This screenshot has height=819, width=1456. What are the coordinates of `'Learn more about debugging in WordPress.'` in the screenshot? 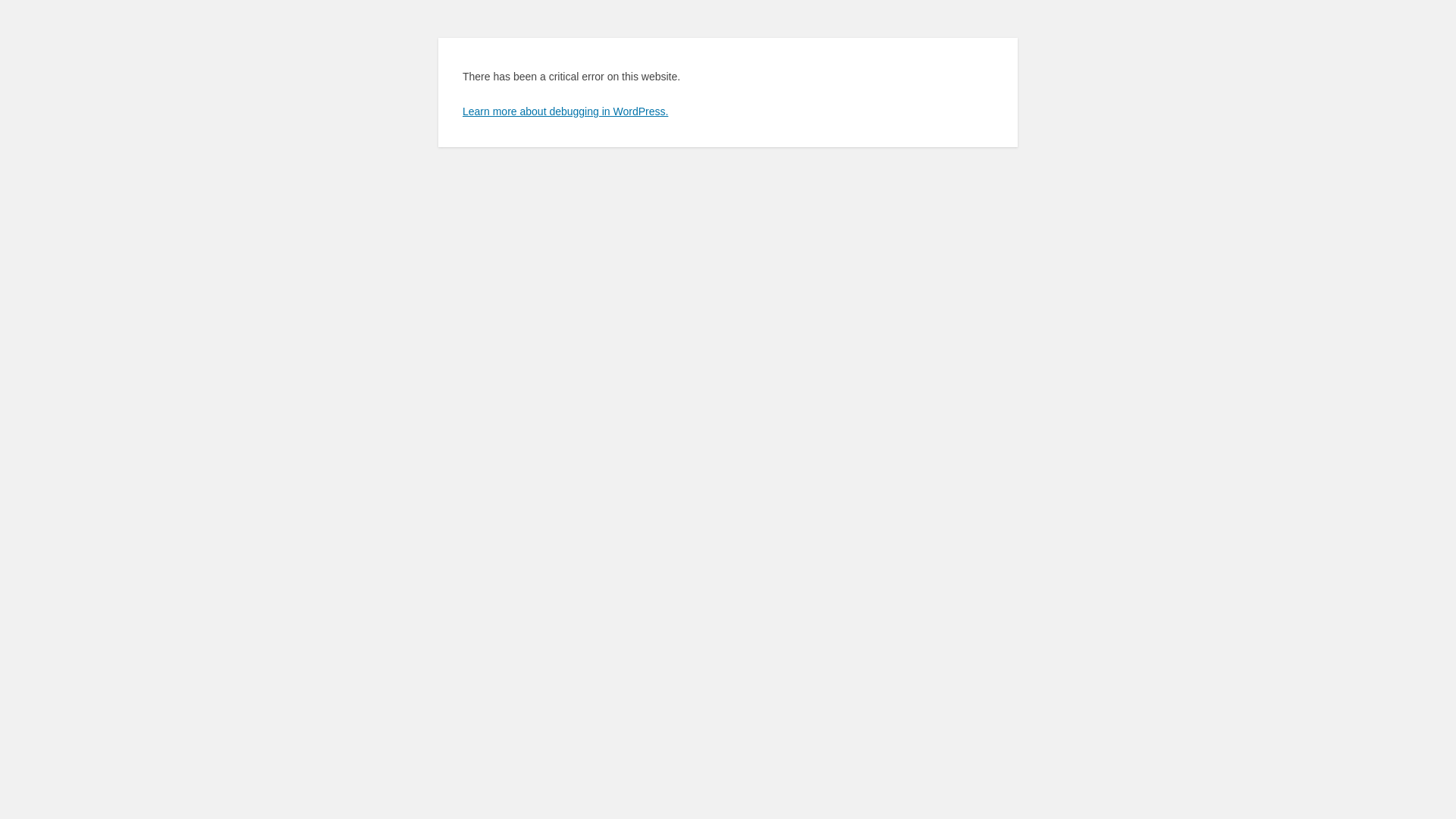 It's located at (461, 110).